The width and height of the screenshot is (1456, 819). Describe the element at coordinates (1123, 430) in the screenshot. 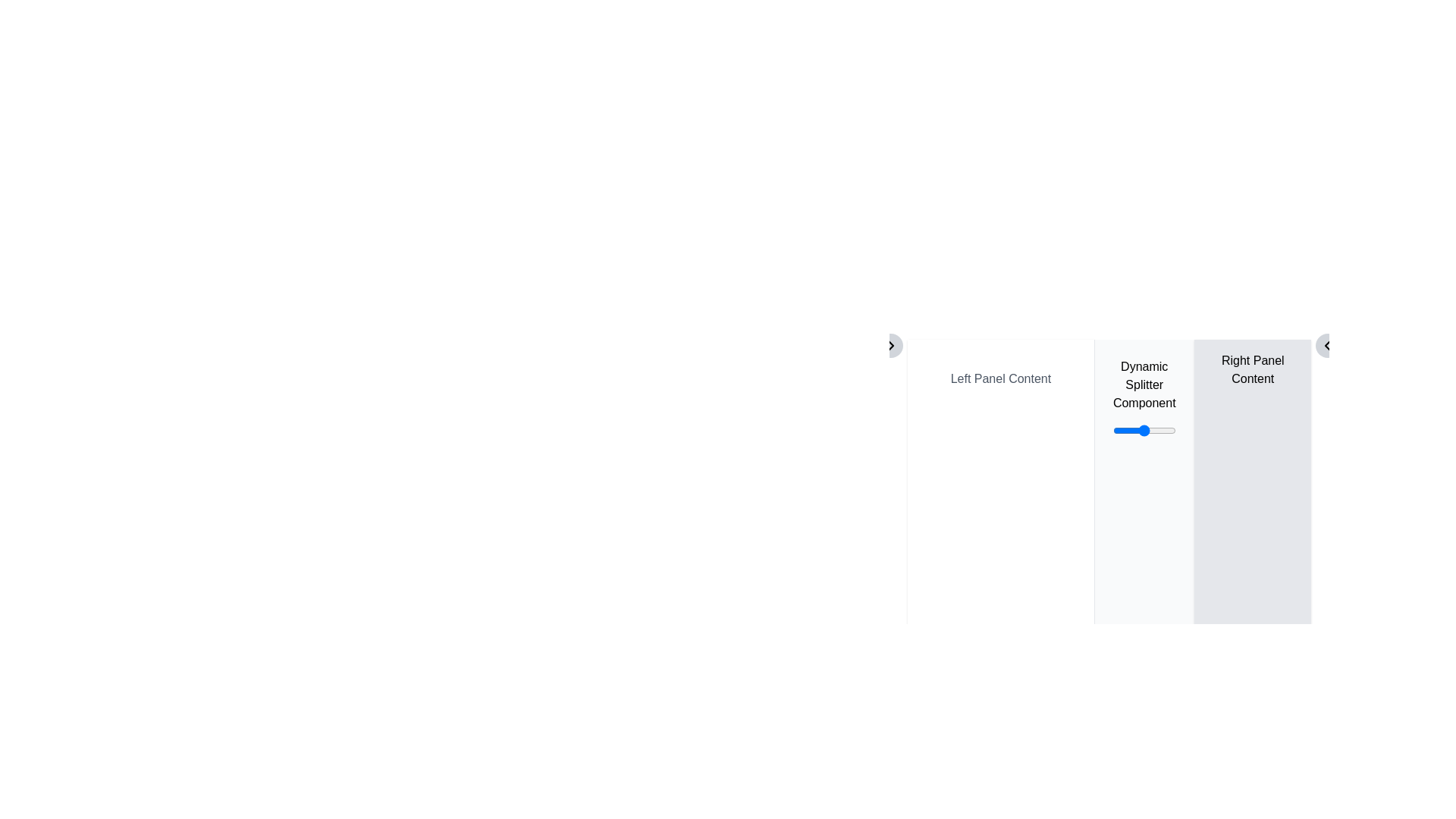

I see `the slider value` at that location.